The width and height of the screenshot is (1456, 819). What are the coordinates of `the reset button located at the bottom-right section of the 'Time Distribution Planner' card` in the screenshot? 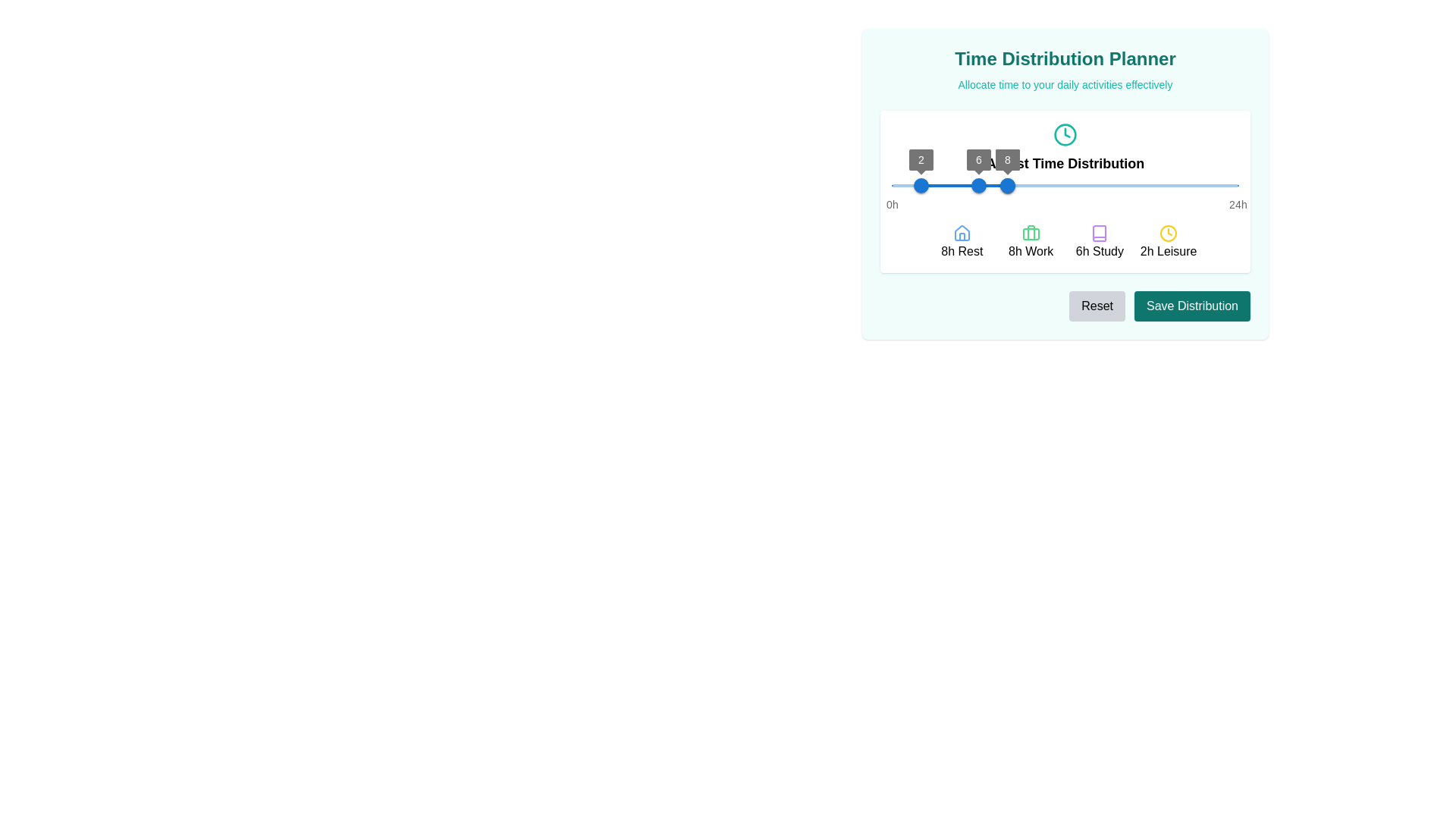 It's located at (1097, 306).